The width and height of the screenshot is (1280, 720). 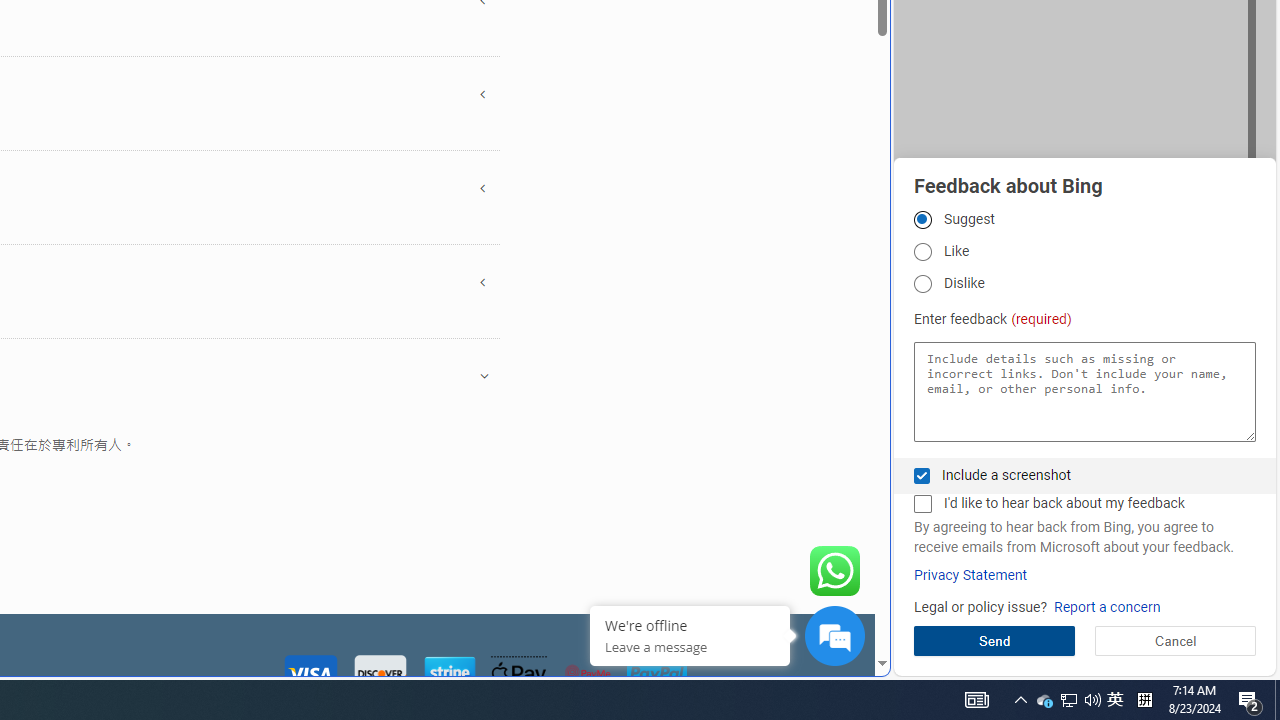 I want to click on 'Cancel', so click(x=1175, y=640).